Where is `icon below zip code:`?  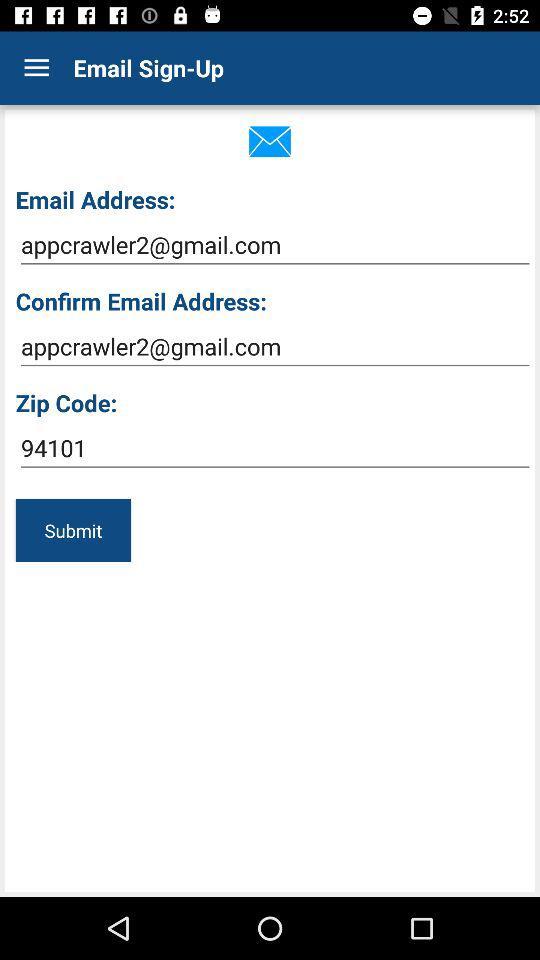
icon below zip code: is located at coordinates (274, 448).